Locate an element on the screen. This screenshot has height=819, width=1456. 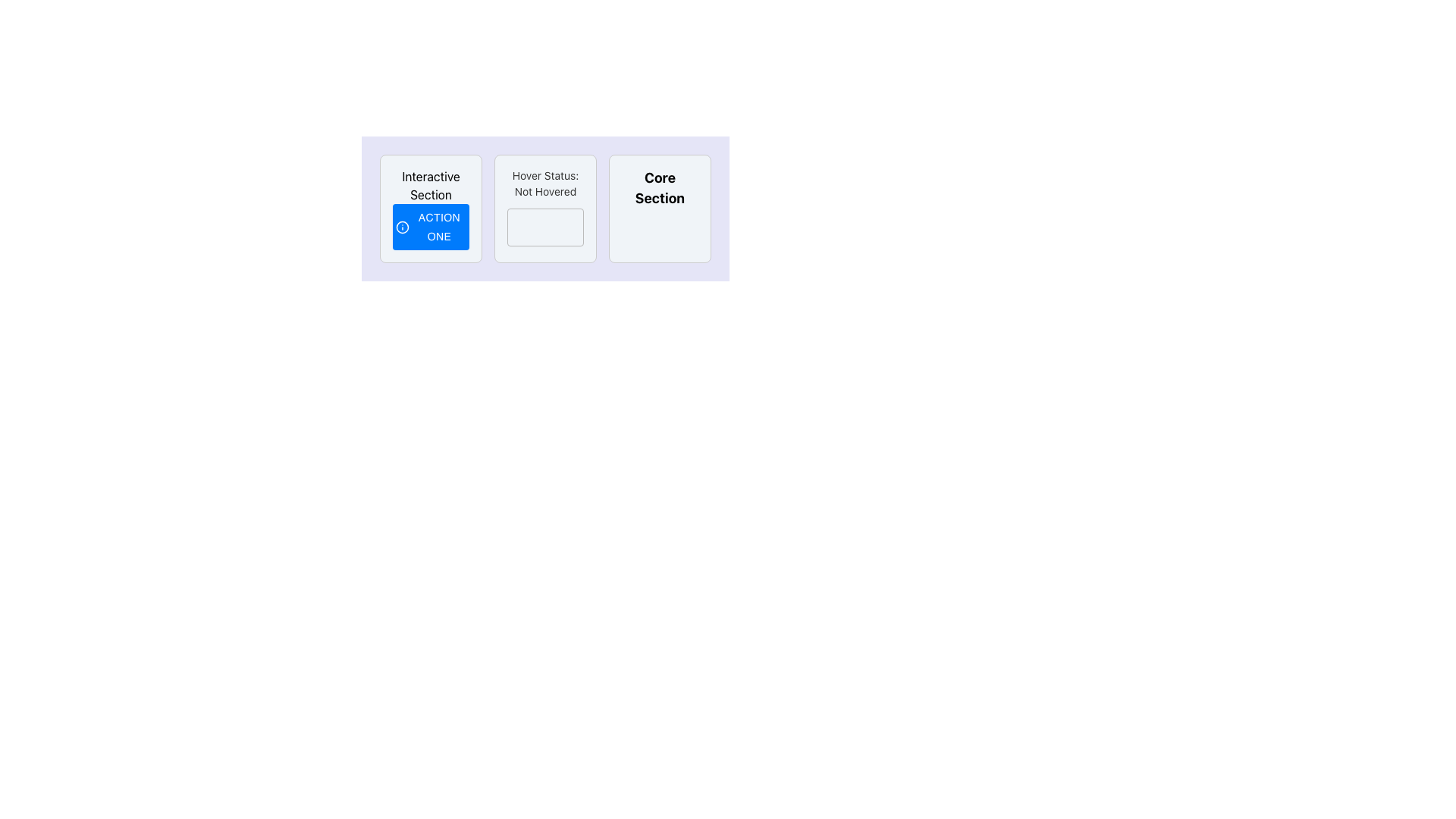
the informational text label that serves as a heading, positioned above the 'Action One' button is located at coordinates (430, 185).